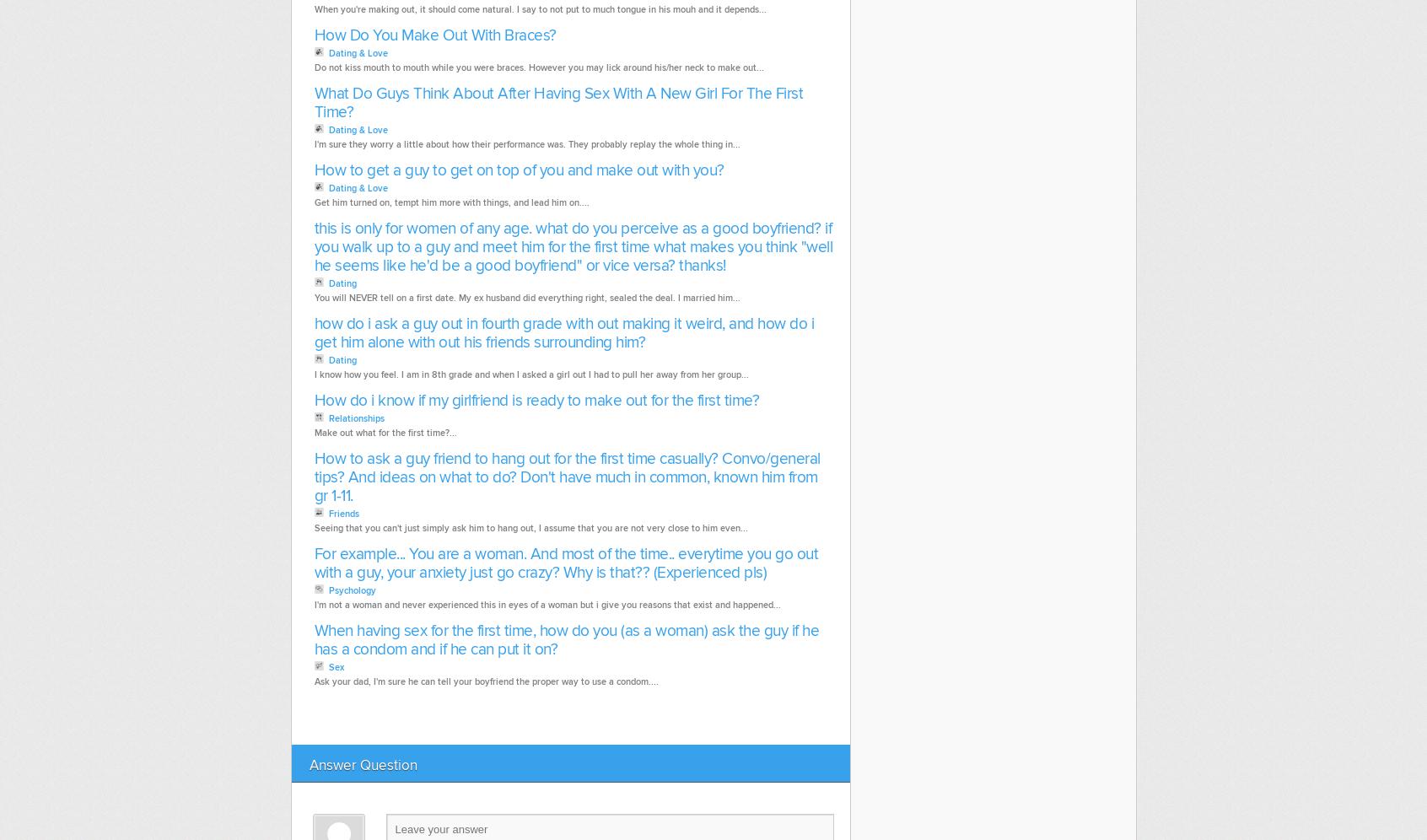 The width and height of the screenshot is (1427, 840). I want to click on 'I know how you feel. I am in 8th grade and when I asked a girl out I had to pull her away from her group...', so click(314, 374).